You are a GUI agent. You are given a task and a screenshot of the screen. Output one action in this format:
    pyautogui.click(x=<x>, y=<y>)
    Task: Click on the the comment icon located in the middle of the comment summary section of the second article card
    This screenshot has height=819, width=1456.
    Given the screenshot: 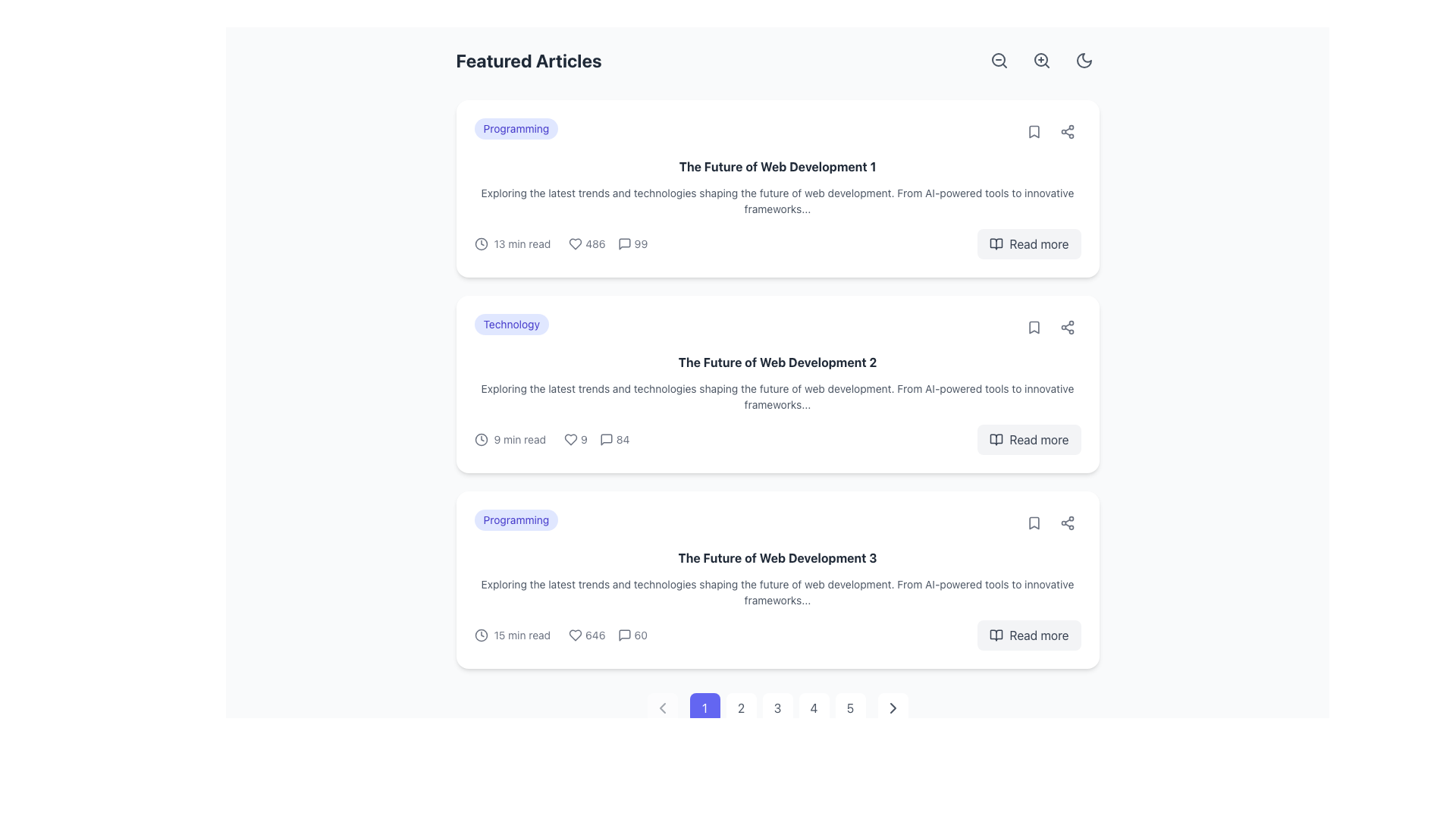 What is the action you would take?
    pyautogui.click(x=605, y=439)
    